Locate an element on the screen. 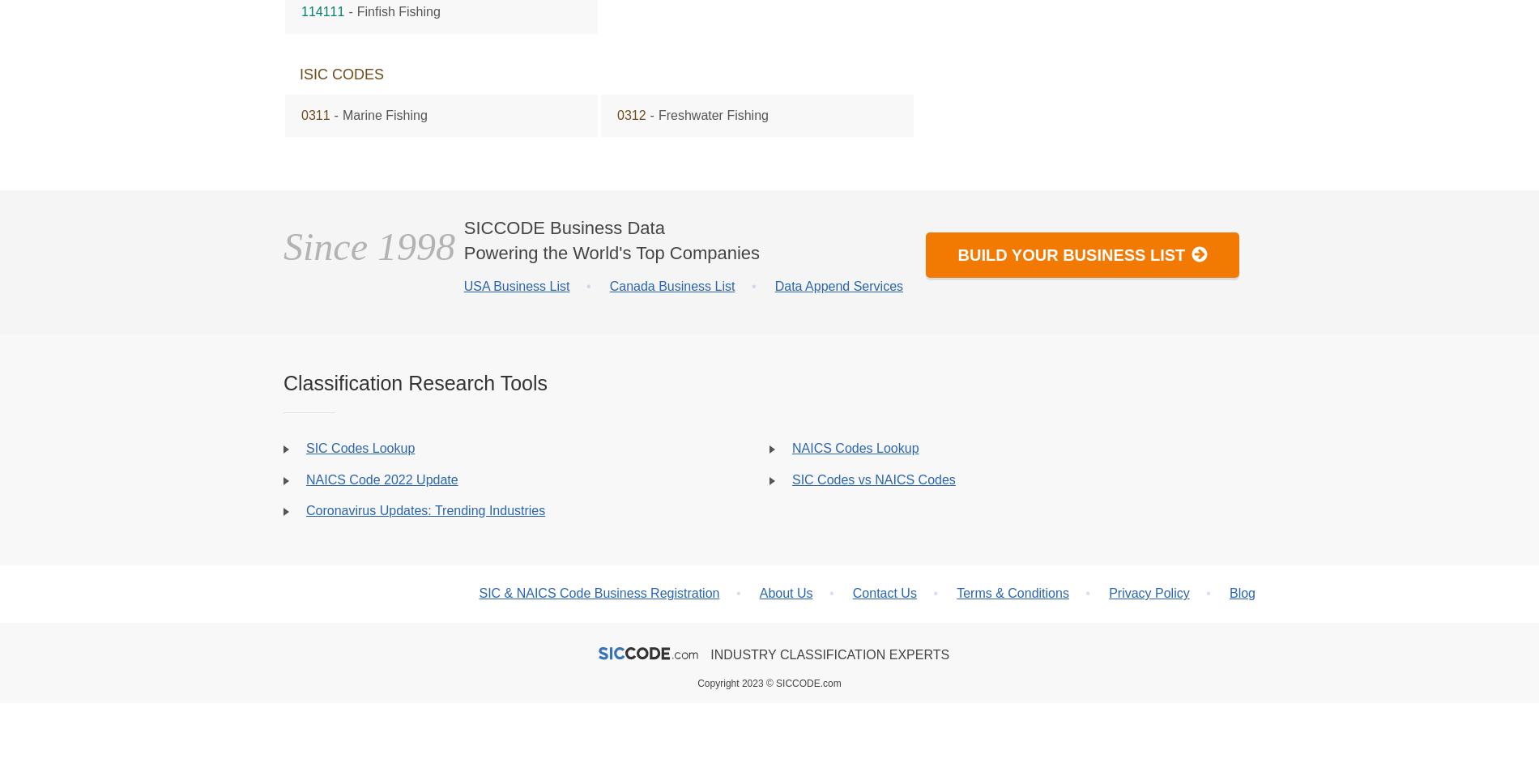 This screenshot has height=784, width=1539. 'NAICS Codes Lookup' is located at coordinates (855, 447).